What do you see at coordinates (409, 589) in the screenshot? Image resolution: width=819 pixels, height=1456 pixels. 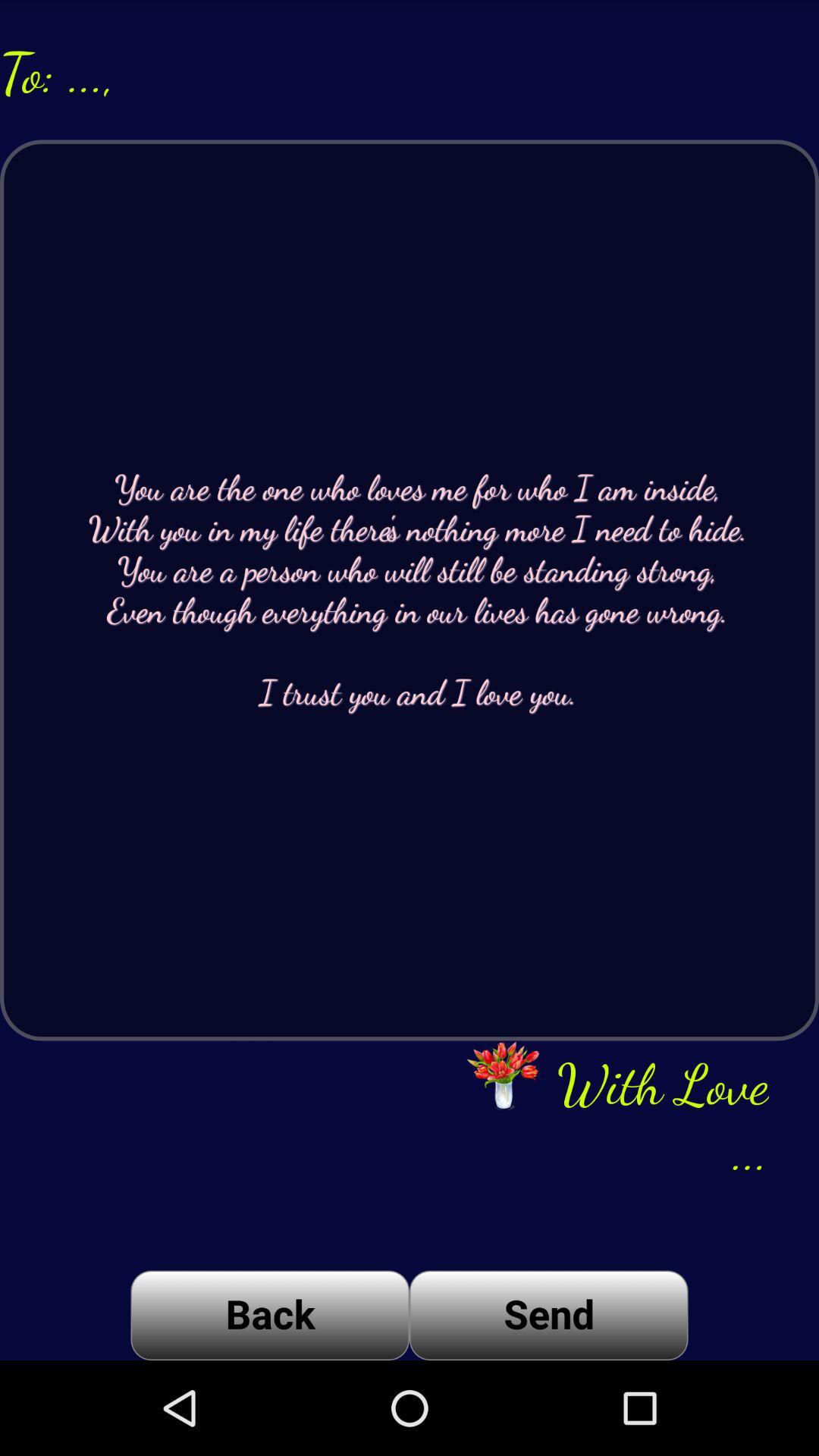 I see `the you are the item` at bounding box center [409, 589].